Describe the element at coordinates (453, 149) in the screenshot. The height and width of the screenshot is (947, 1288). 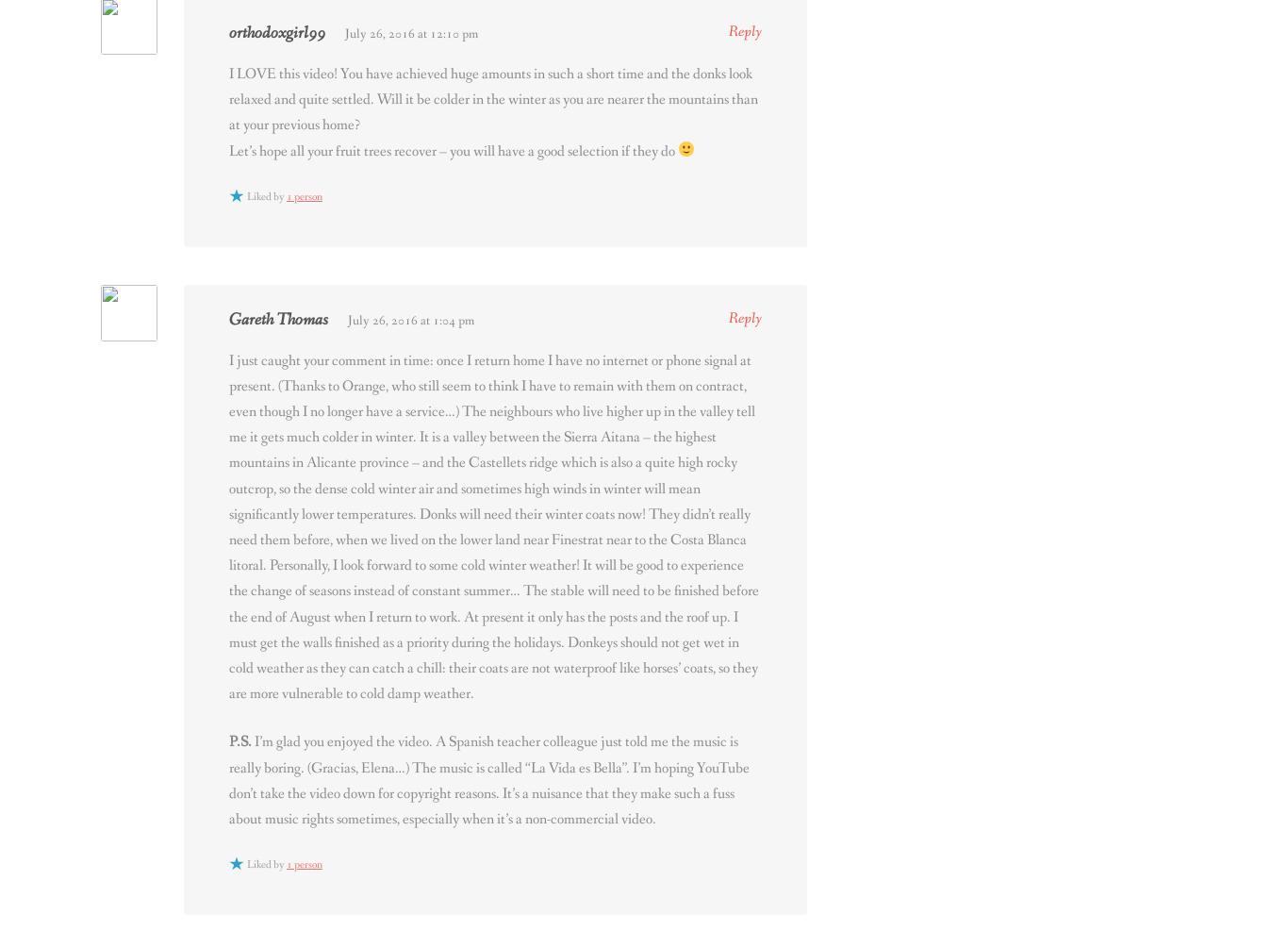
I see `'Let’s hope all your fruit trees recover – you will have a good selection if they do'` at that location.